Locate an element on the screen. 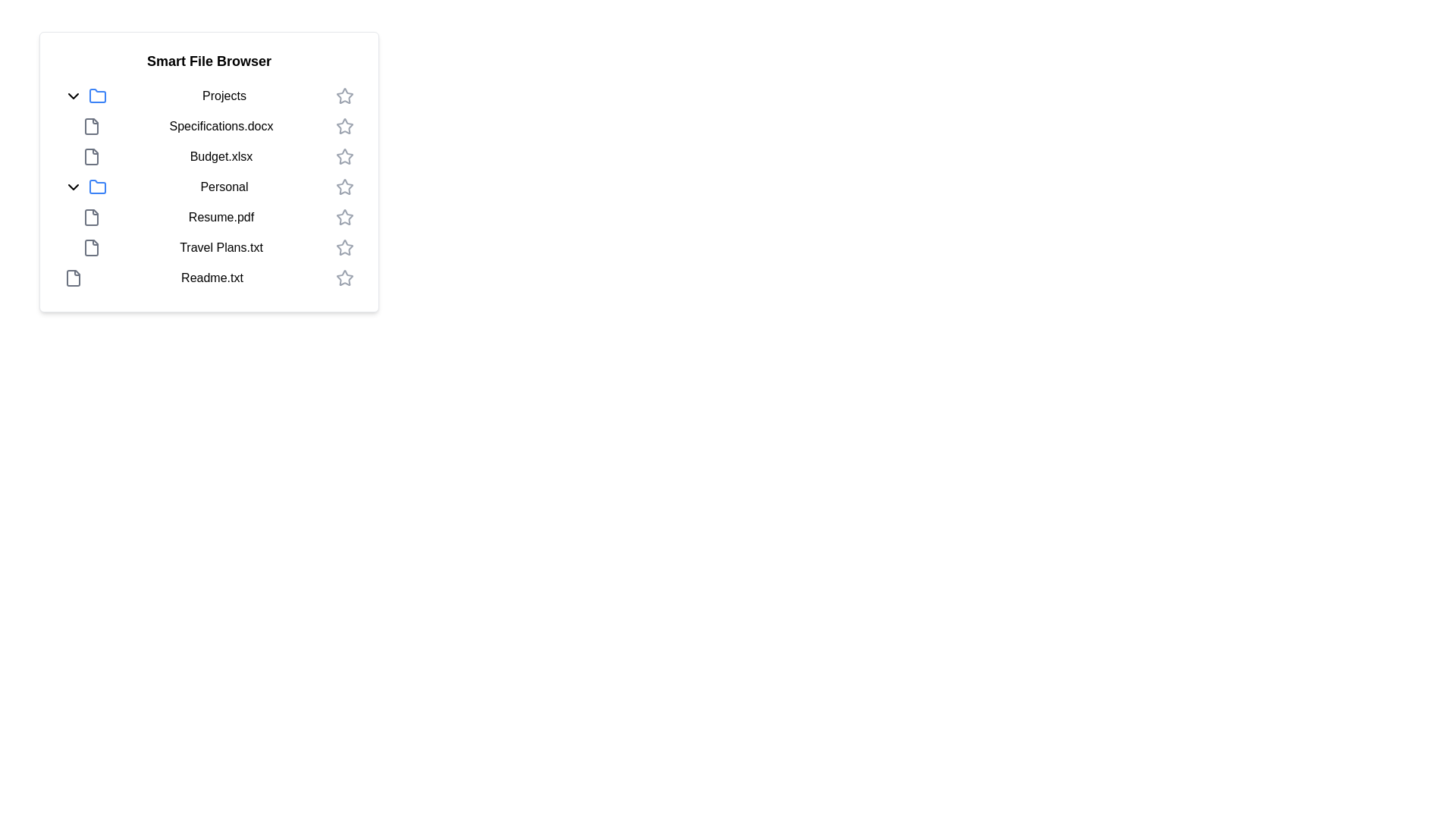 The height and width of the screenshot is (819, 1456). the 'Travel Plans.txt' label is located at coordinates (221, 247).